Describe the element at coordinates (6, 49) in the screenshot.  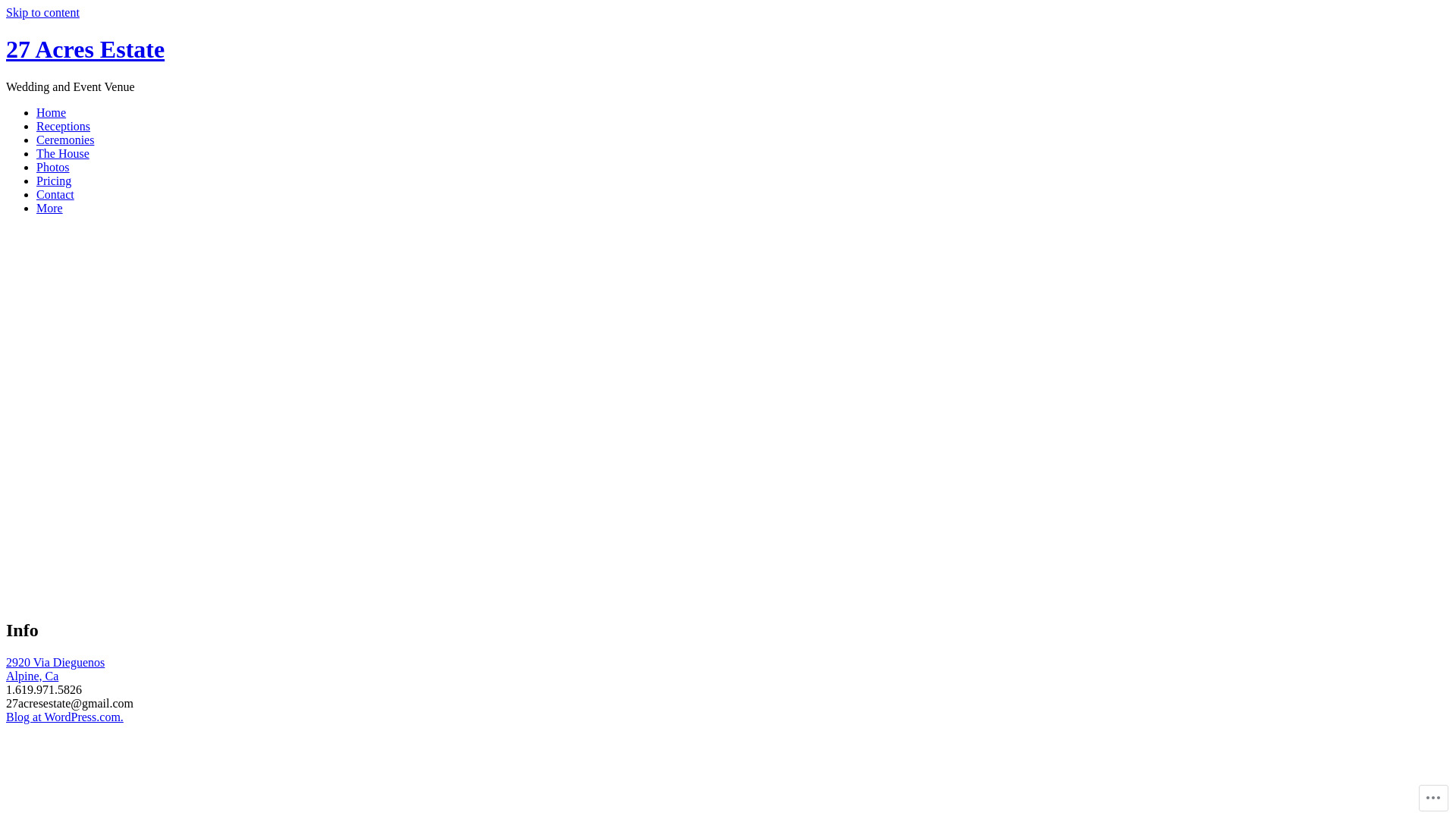
I see `'27 Acres Estate'` at that location.